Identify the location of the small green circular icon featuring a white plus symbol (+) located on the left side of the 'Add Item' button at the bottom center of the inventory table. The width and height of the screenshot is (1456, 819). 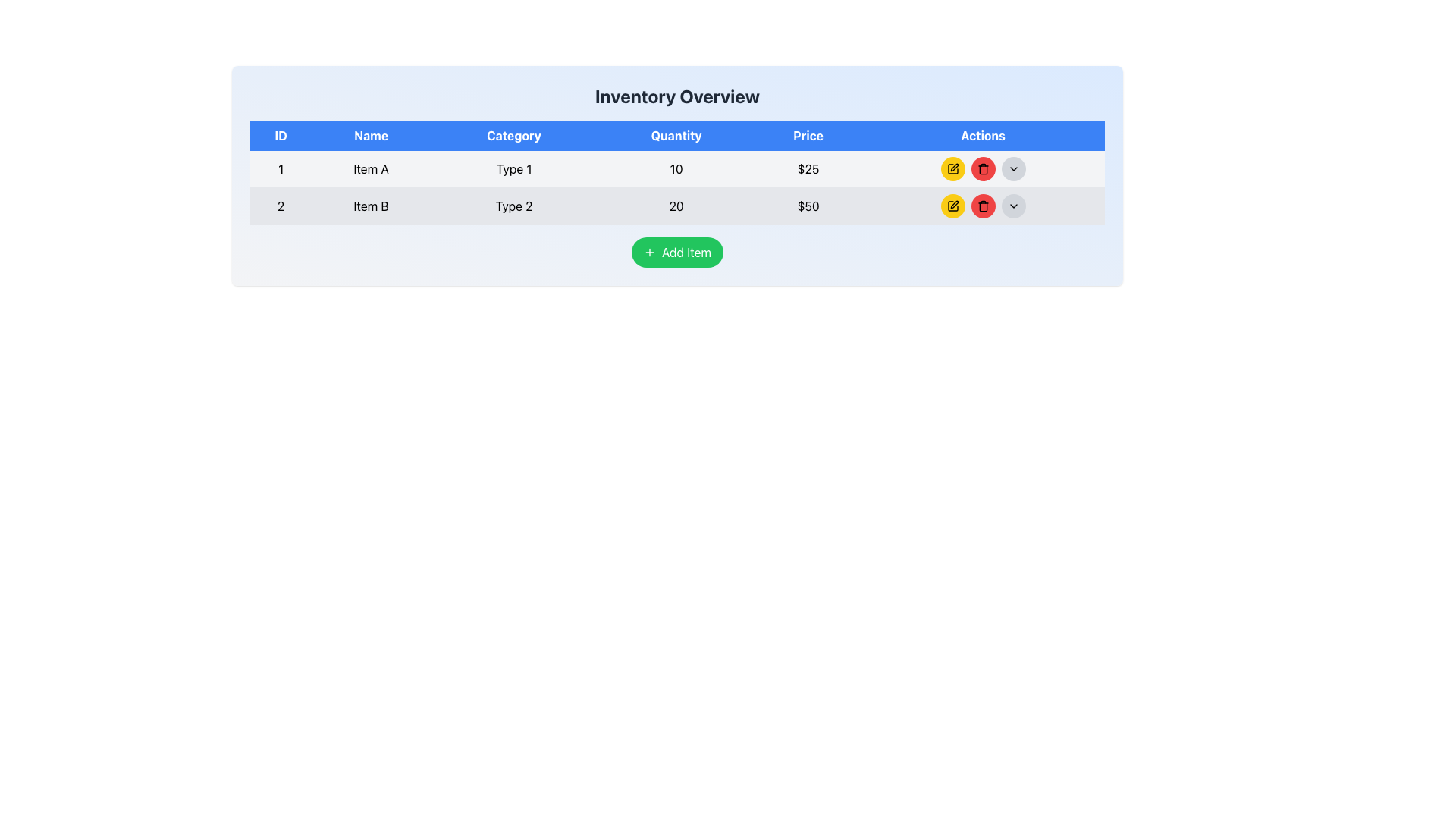
(649, 251).